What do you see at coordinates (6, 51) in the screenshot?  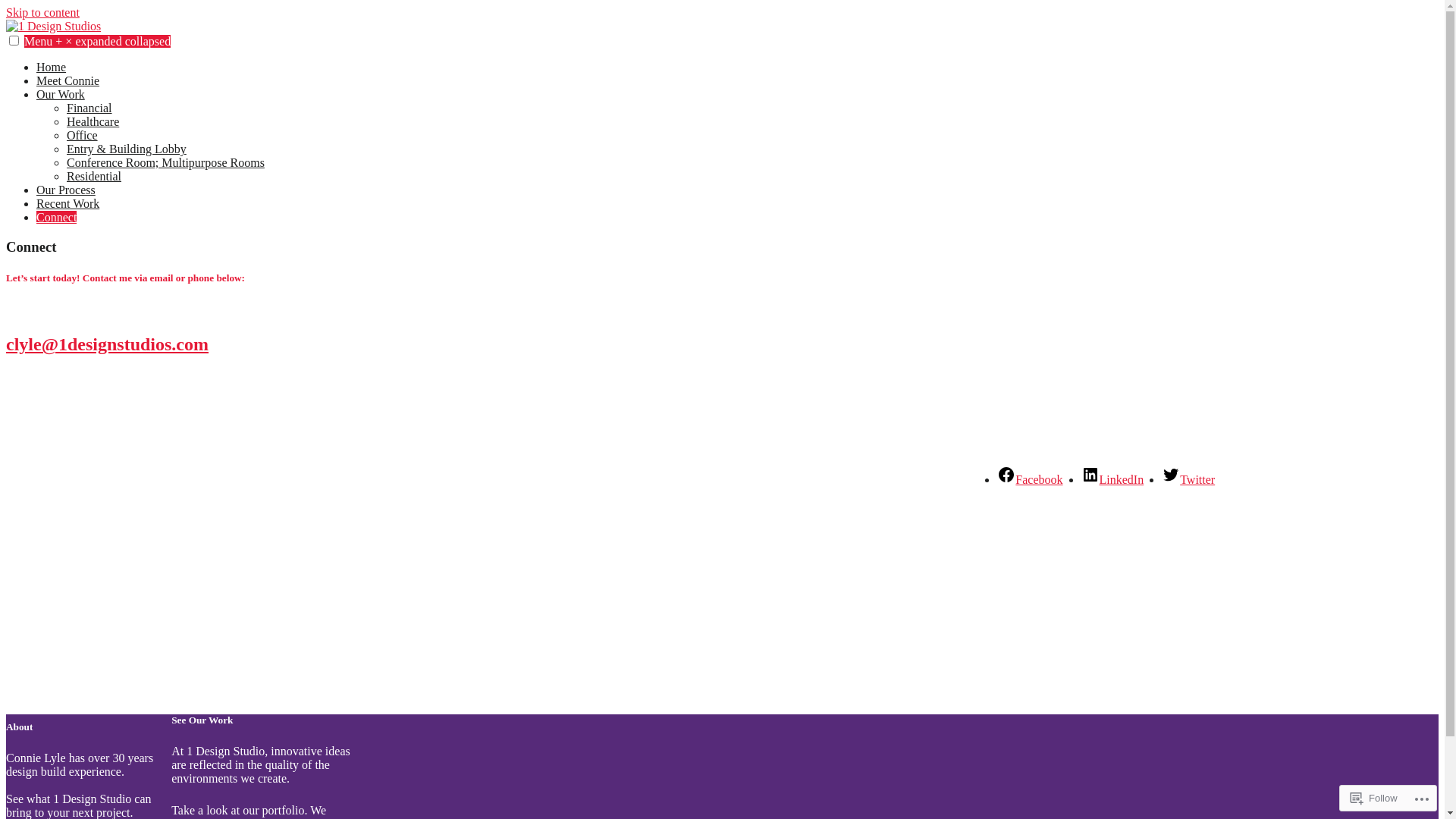 I see `'1 Design Studios'` at bounding box center [6, 51].